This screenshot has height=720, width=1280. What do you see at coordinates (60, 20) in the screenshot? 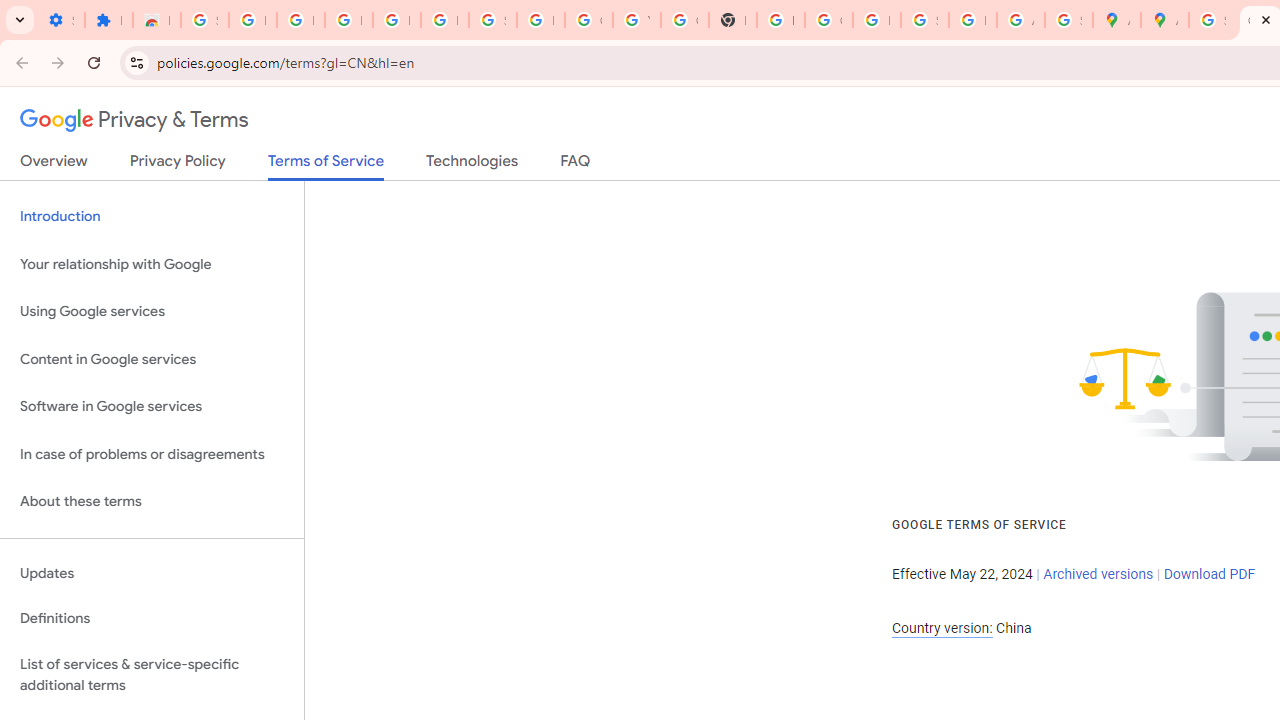
I see `'Settings - On startup'` at bounding box center [60, 20].